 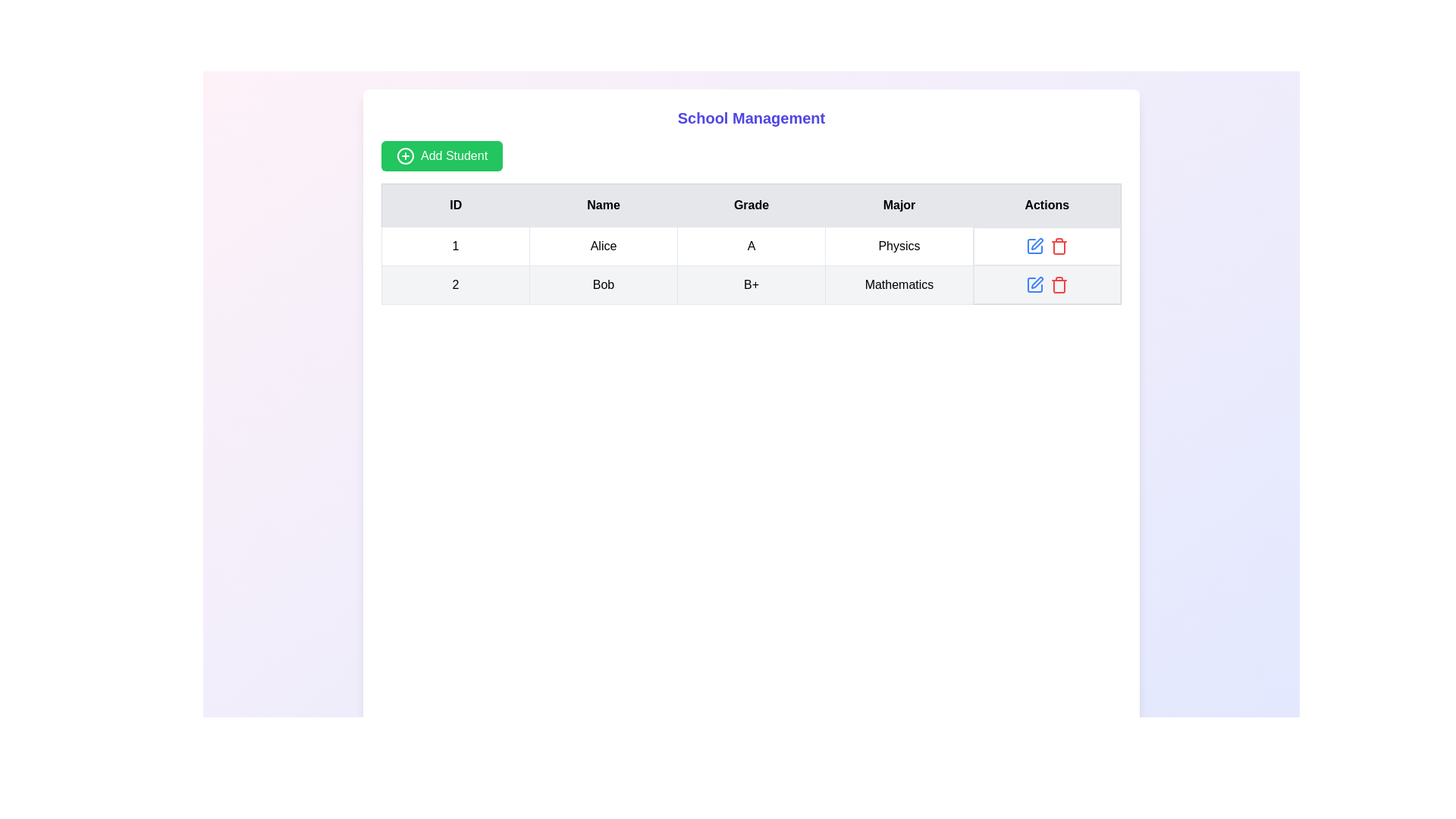 I want to click on the table cell containing the character 'A' in the row for student 'Alice', which is the third cell under the 'Grade' column, so click(x=751, y=245).